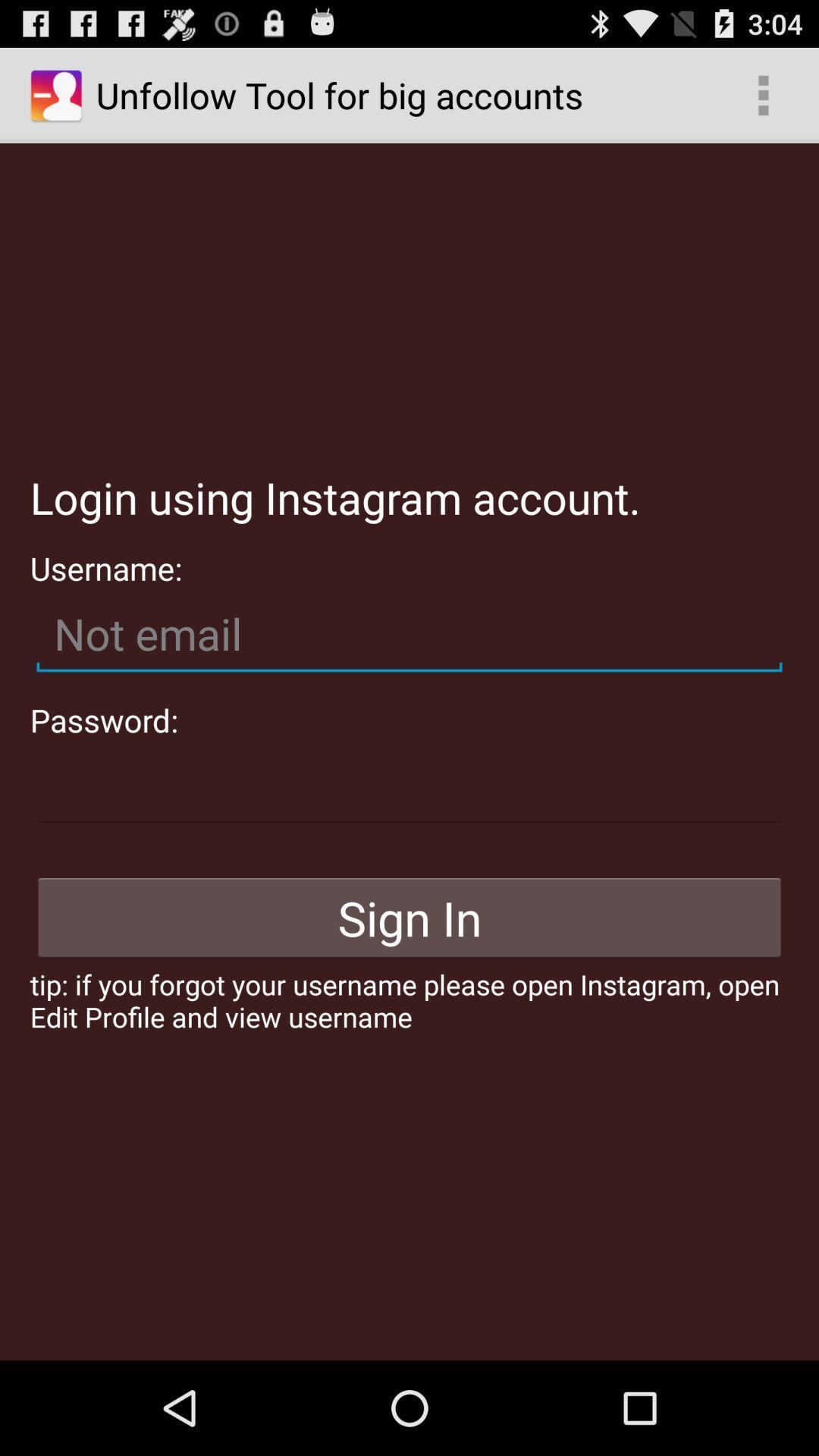 This screenshot has height=1456, width=819. I want to click on icon above tip if you icon, so click(409, 917).